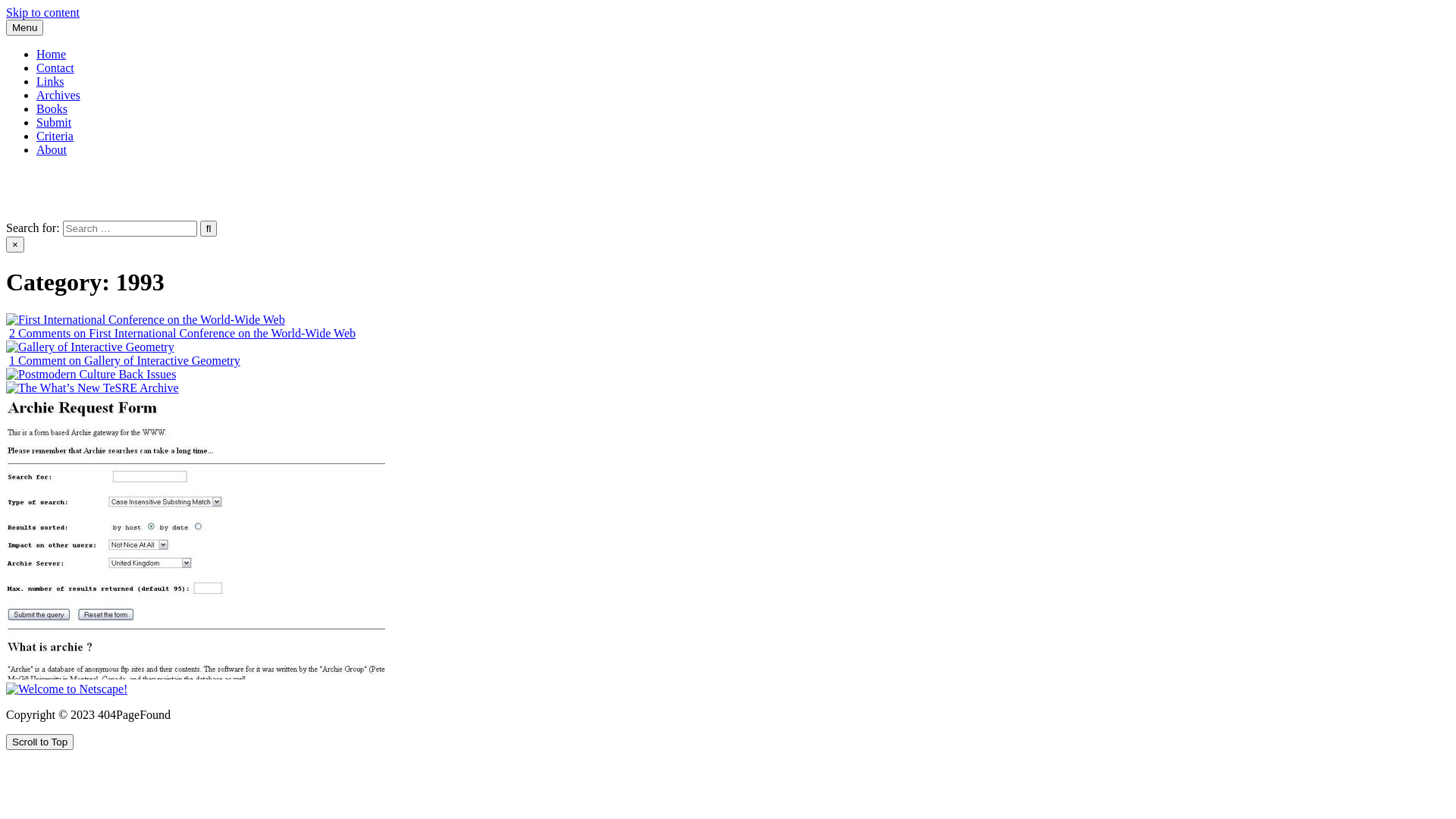  I want to click on 'Skip to content', so click(42, 12).